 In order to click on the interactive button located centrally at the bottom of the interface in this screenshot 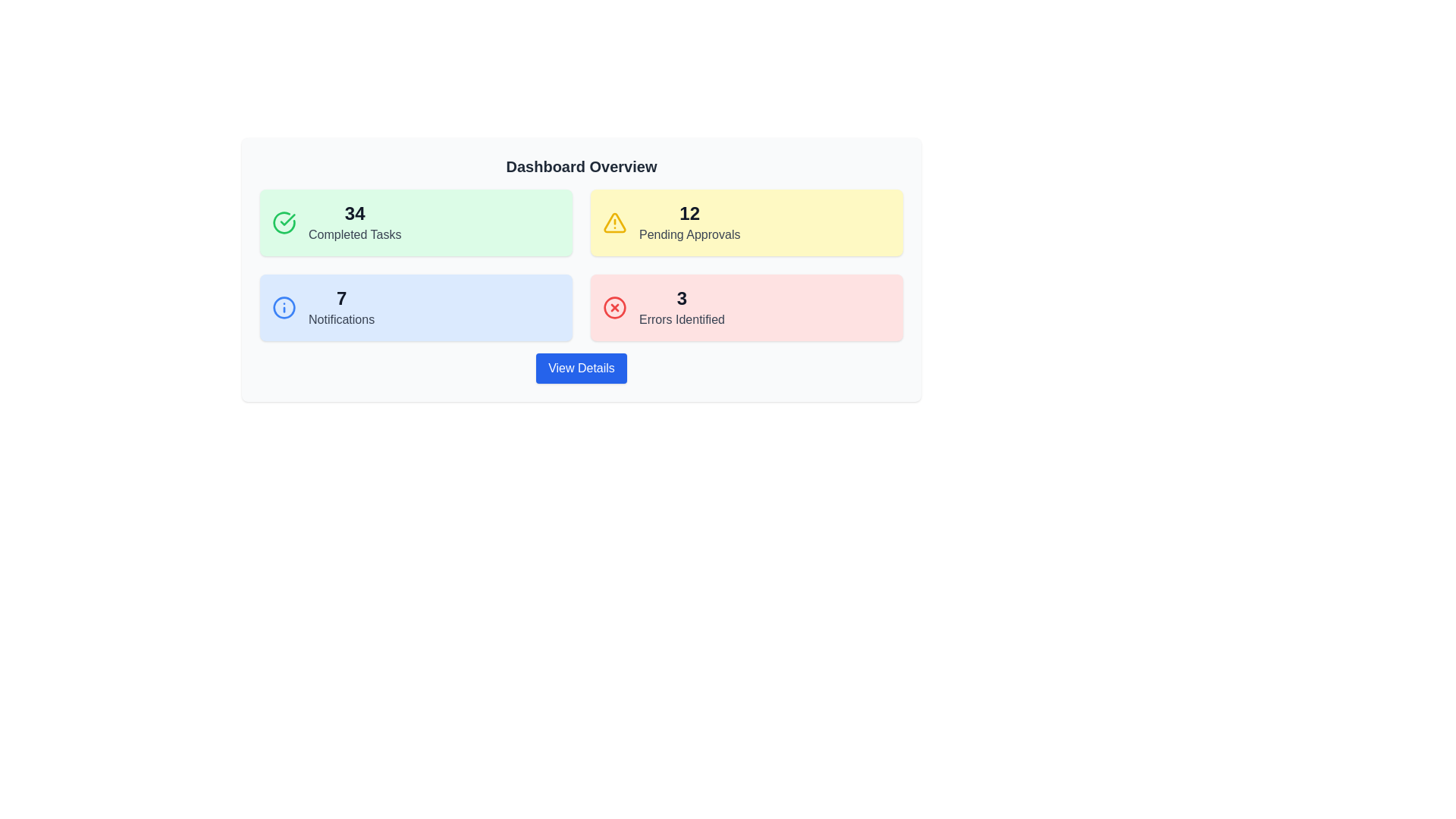, I will do `click(581, 369)`.